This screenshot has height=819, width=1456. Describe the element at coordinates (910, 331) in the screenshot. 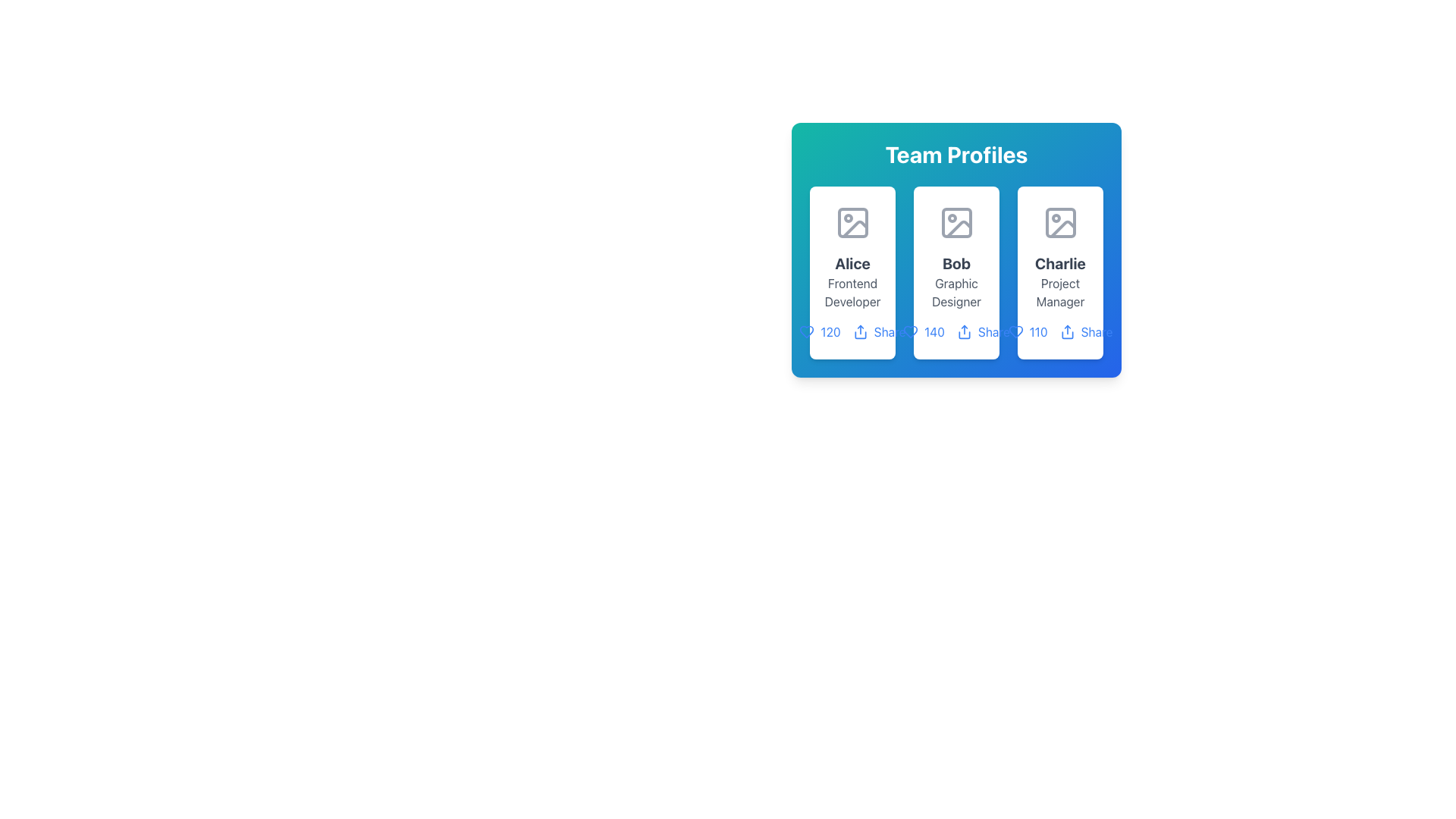

I see `the heart icon in the profile card for 'Bob'` at that location.